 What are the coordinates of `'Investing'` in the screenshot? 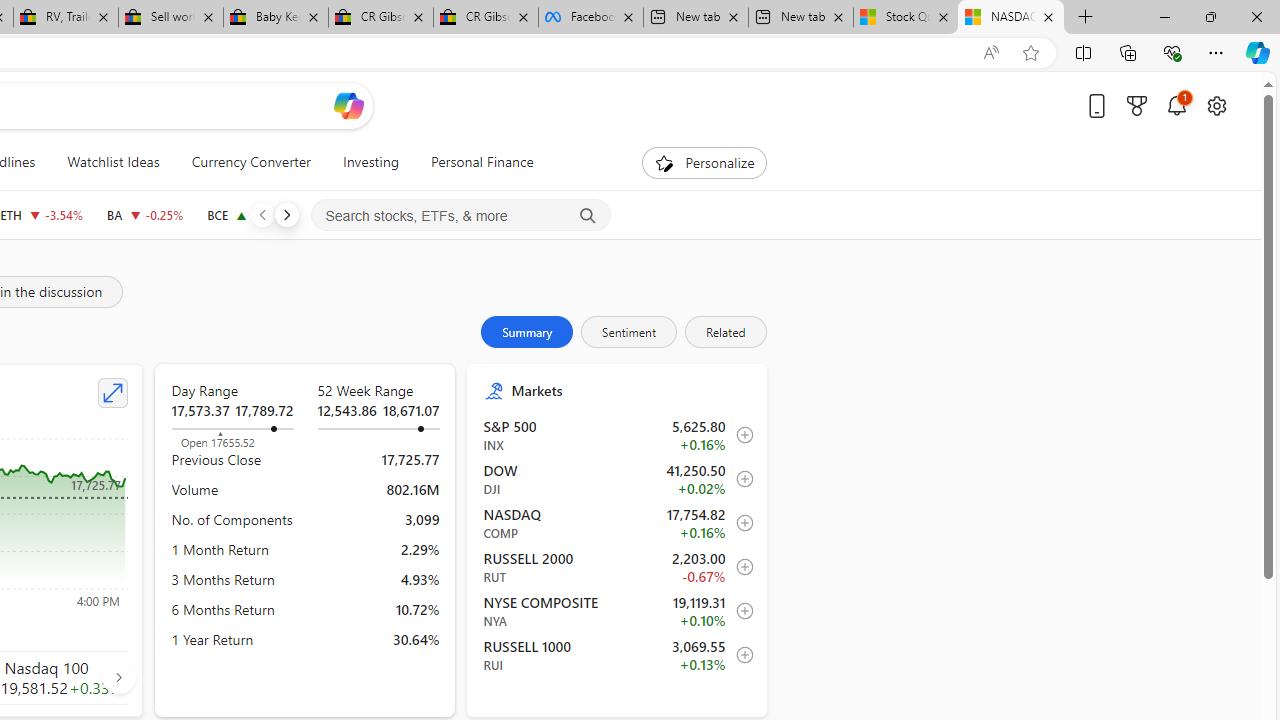 It's located at (370, 162).